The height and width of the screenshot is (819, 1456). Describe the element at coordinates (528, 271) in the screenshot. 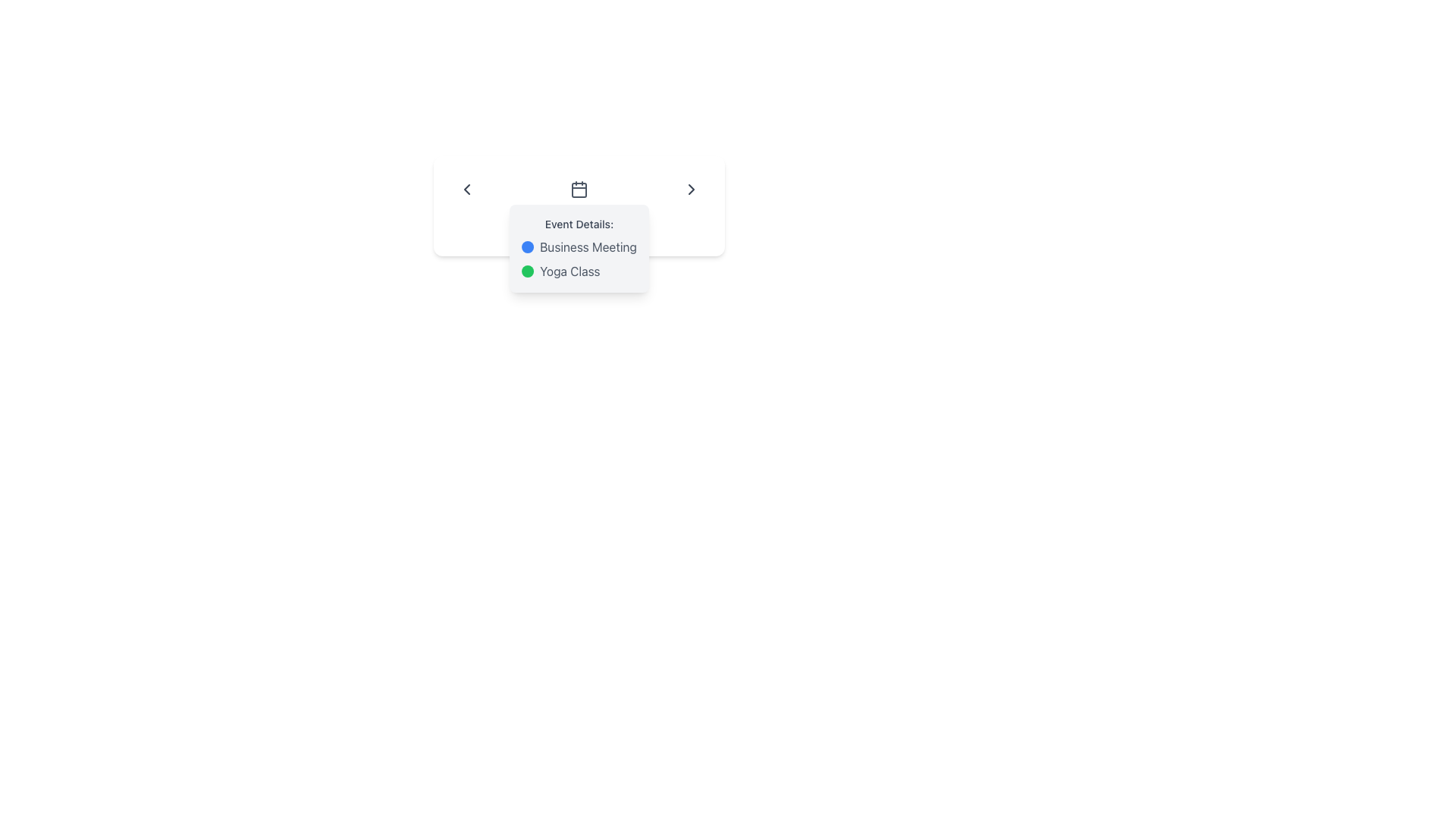

I see `the small, green circular indicator located to the left of the 'Yoga Class' text within the 'Event Details' section` at that location.